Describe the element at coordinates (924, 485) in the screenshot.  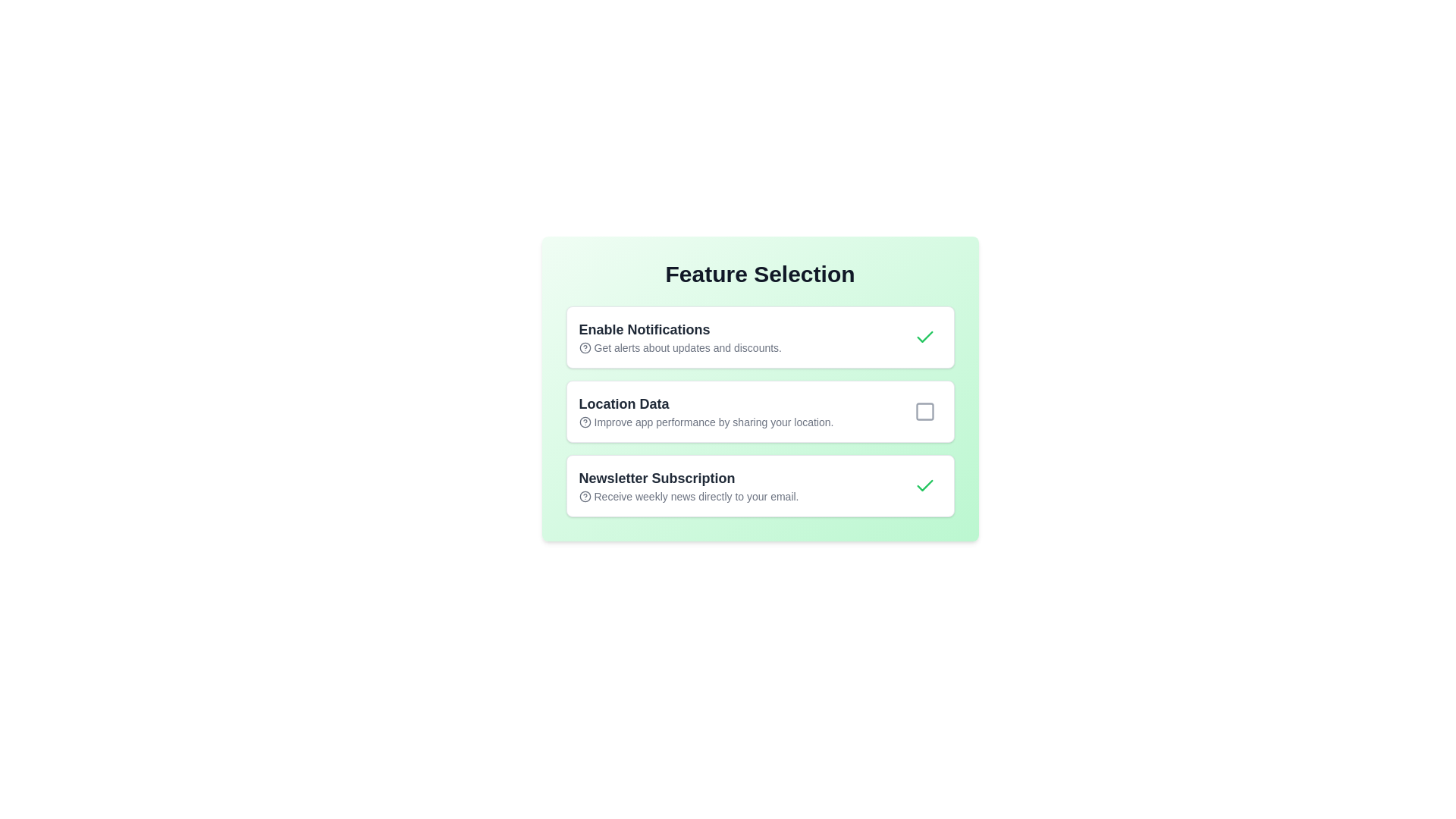
I see `the button that toggles the newsletter subscription, located across from the 'Newsletter Subscription' text` at that location.